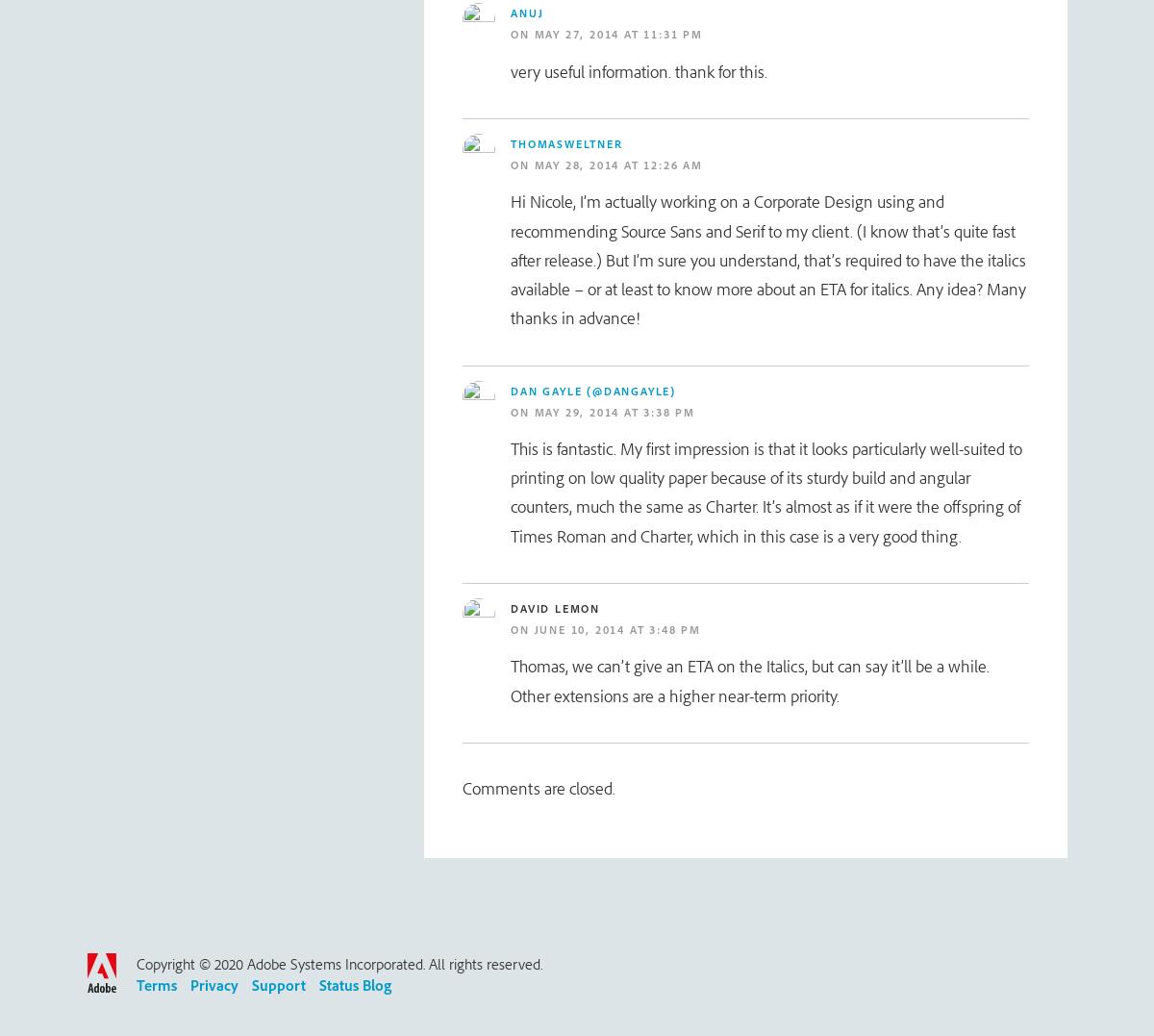 This screenshot has width=1154, height=1036. What do you see at coordinates (614, 410) in the screenshot?
I see `'May 29, 2014 at 3:38 pm'` at bounding box center [614, 410].